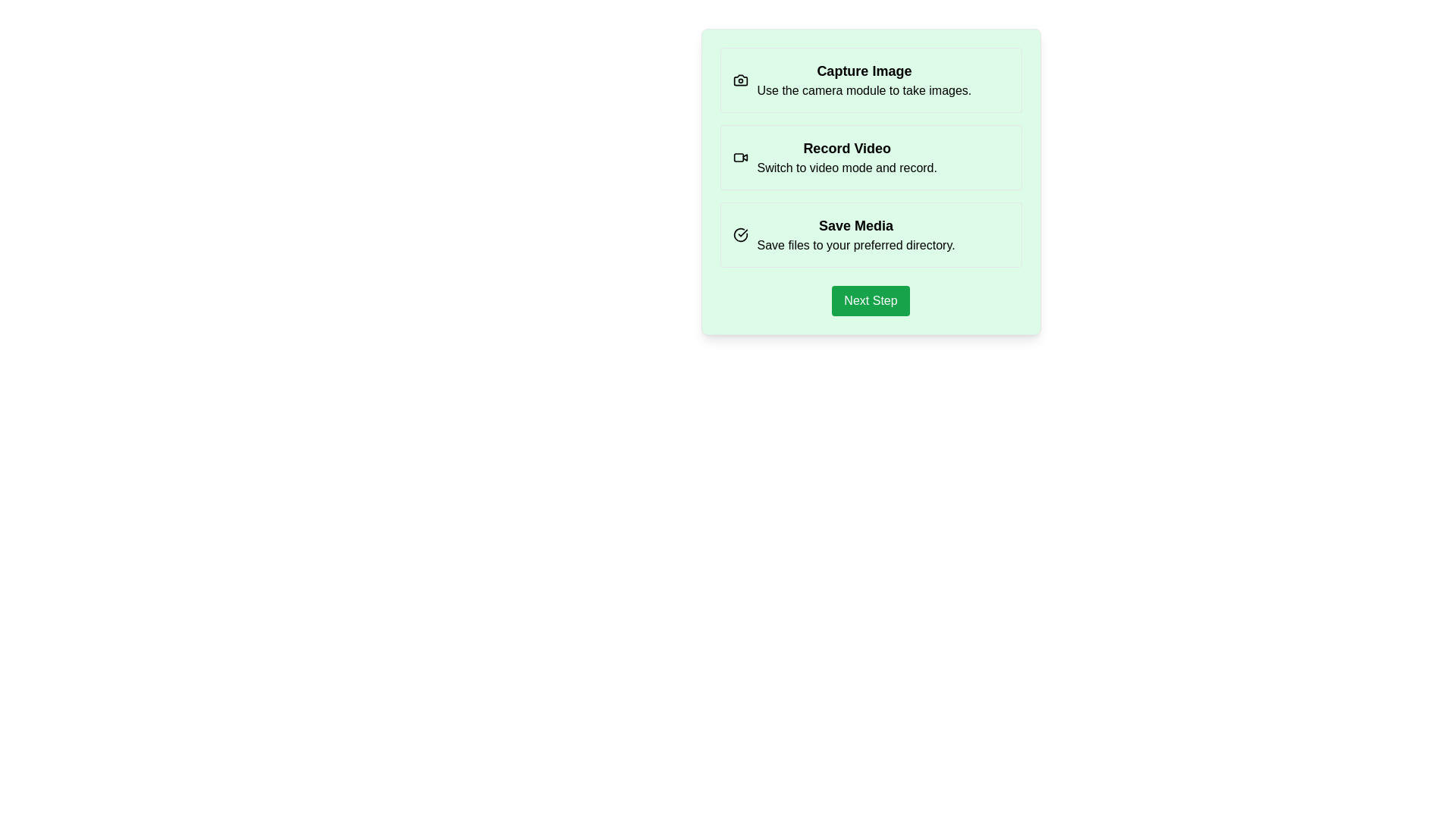 The image size is (1456, 819). What do you see at coordinates (739, 158) in the screenshot?
I see `the decorative rectangular part of the video camera icon, which is centrally aligned within the larger video recorder icon` at bounding box center [739, 158].